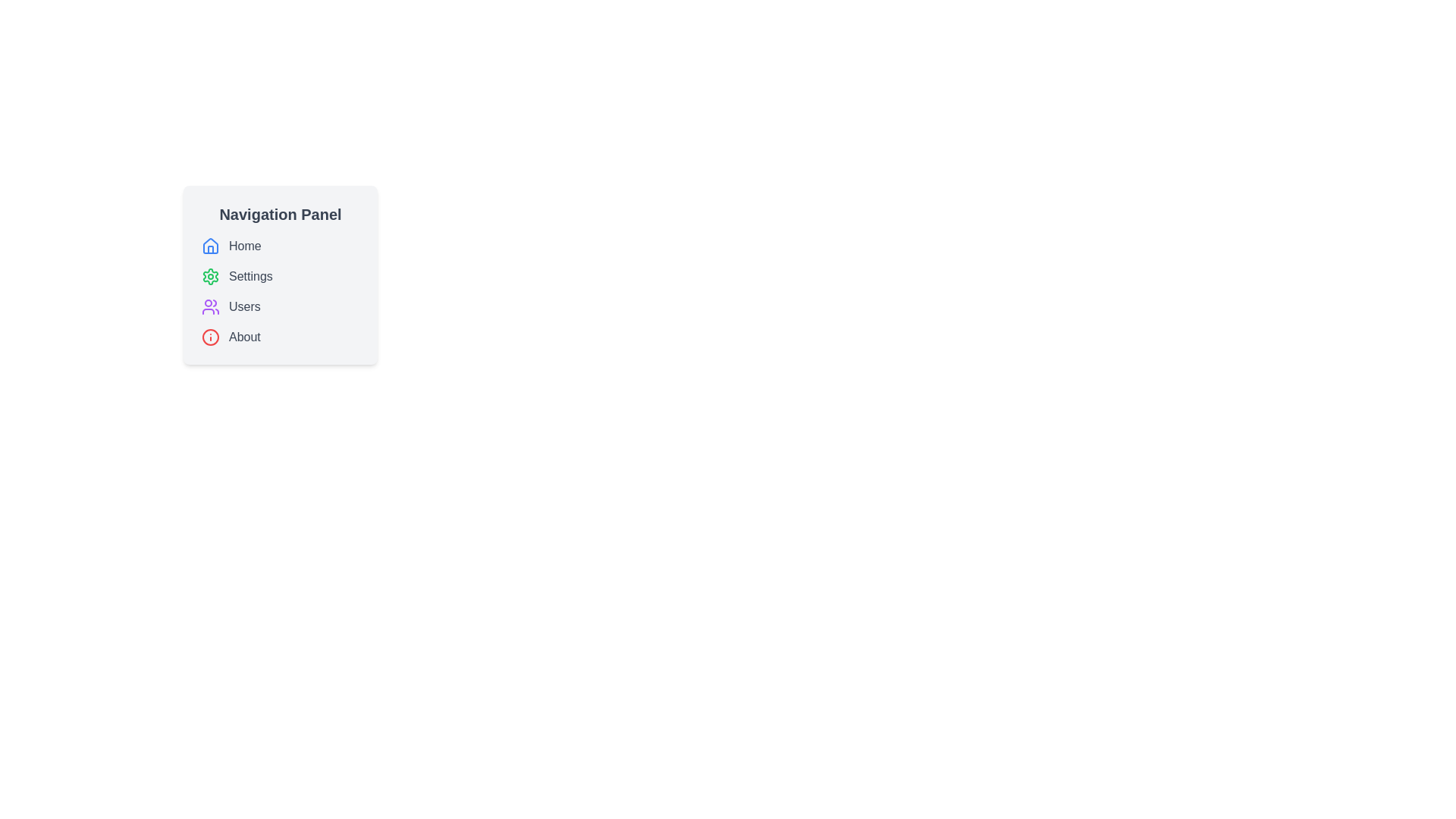  What do you see at coordinates (210, 245) in the screenshot?
I see `the blue house icon located in the navigation panel to the left of the 'Home' text` at bounding box center [210, 245].